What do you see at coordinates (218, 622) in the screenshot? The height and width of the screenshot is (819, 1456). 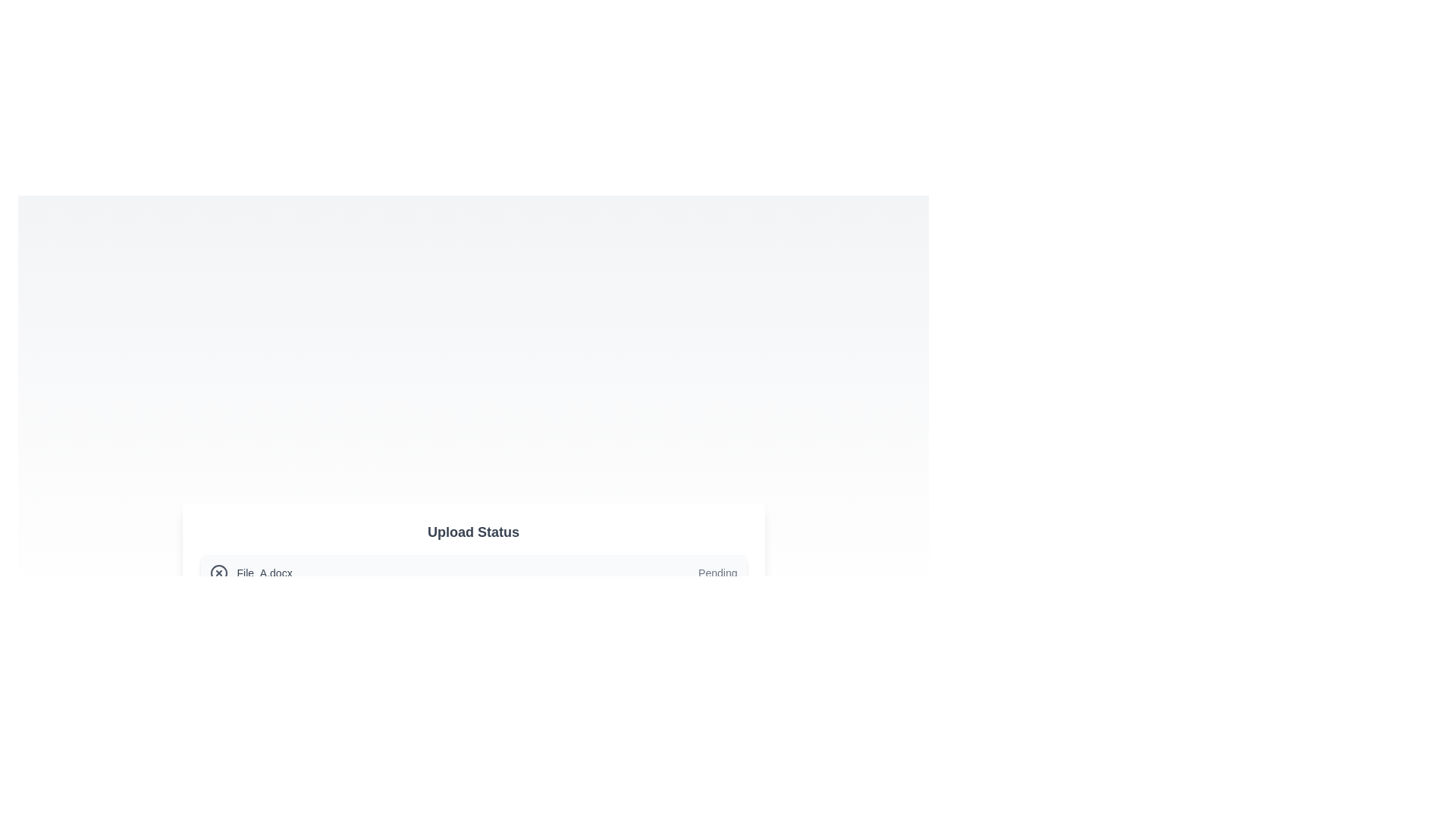 I see `the status of the icon located on the left side of the horizontal bar displaying the filename 'File_B.png'` at bounding box center [218, 622].